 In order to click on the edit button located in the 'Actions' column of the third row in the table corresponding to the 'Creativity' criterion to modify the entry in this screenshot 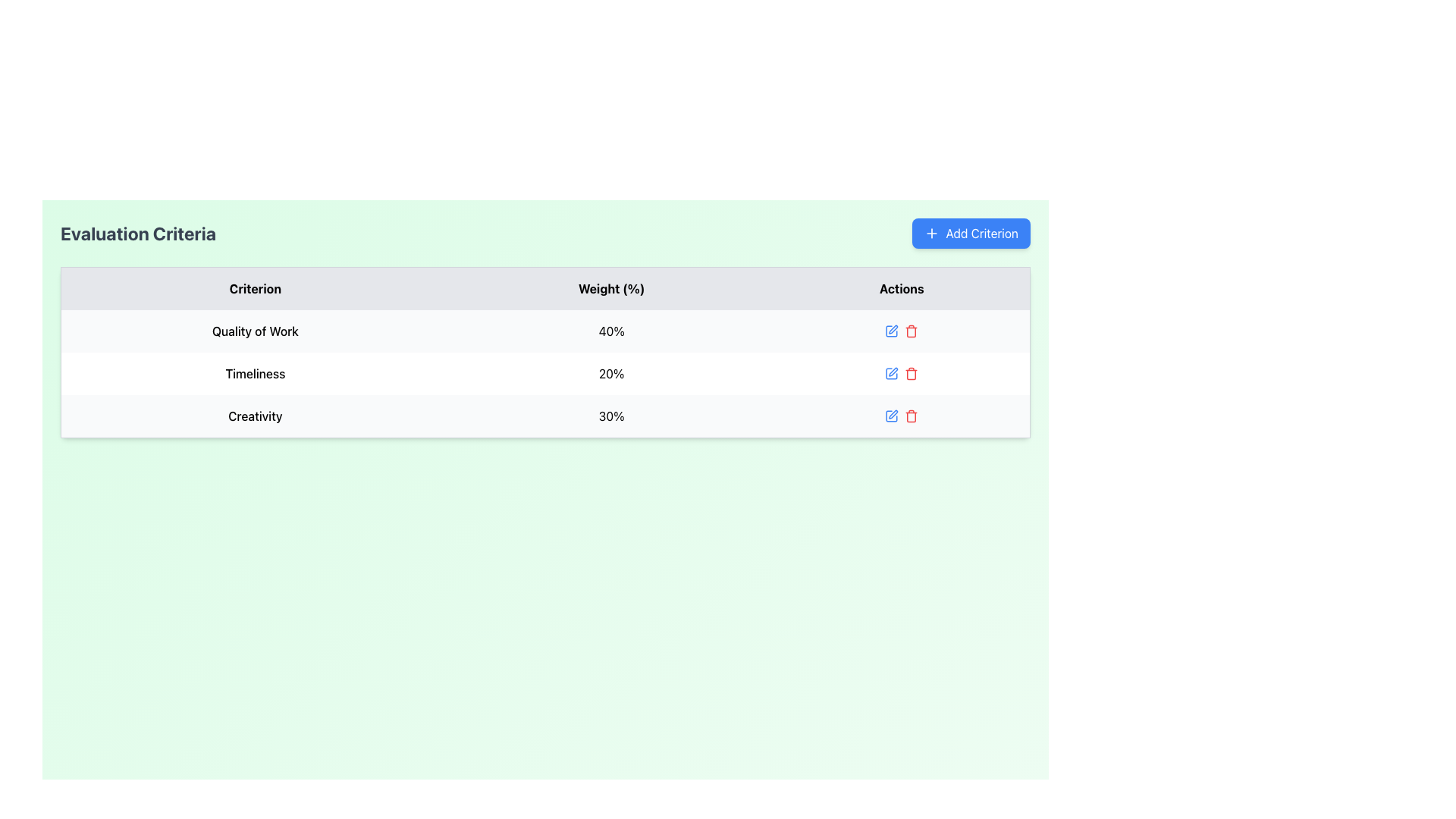, I will do `click(892, 416)`.